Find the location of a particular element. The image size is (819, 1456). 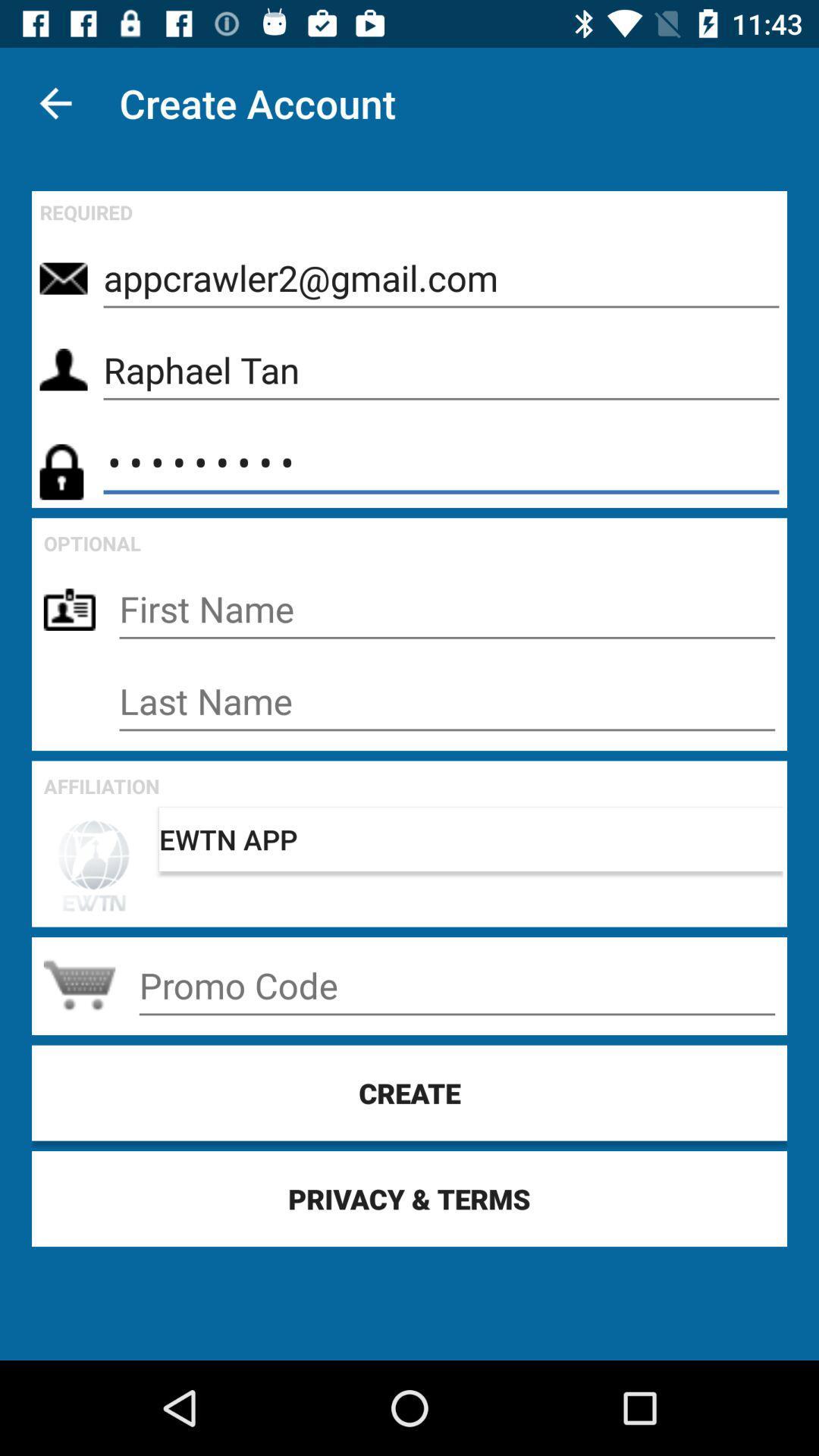

last name is located at coordinates (446, 701).